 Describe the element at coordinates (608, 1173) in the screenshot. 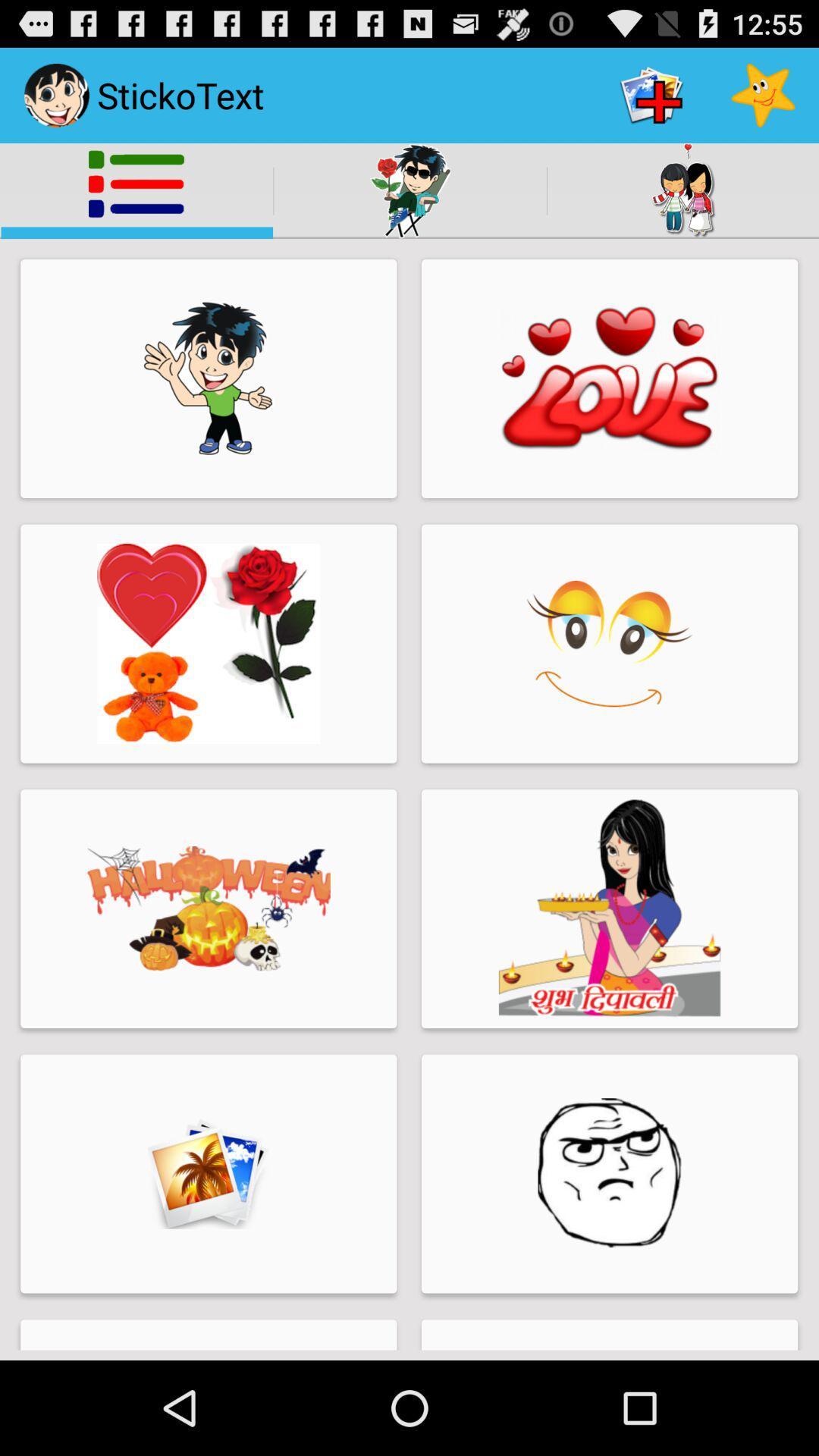

I see `the last image which is on the right` at that location.